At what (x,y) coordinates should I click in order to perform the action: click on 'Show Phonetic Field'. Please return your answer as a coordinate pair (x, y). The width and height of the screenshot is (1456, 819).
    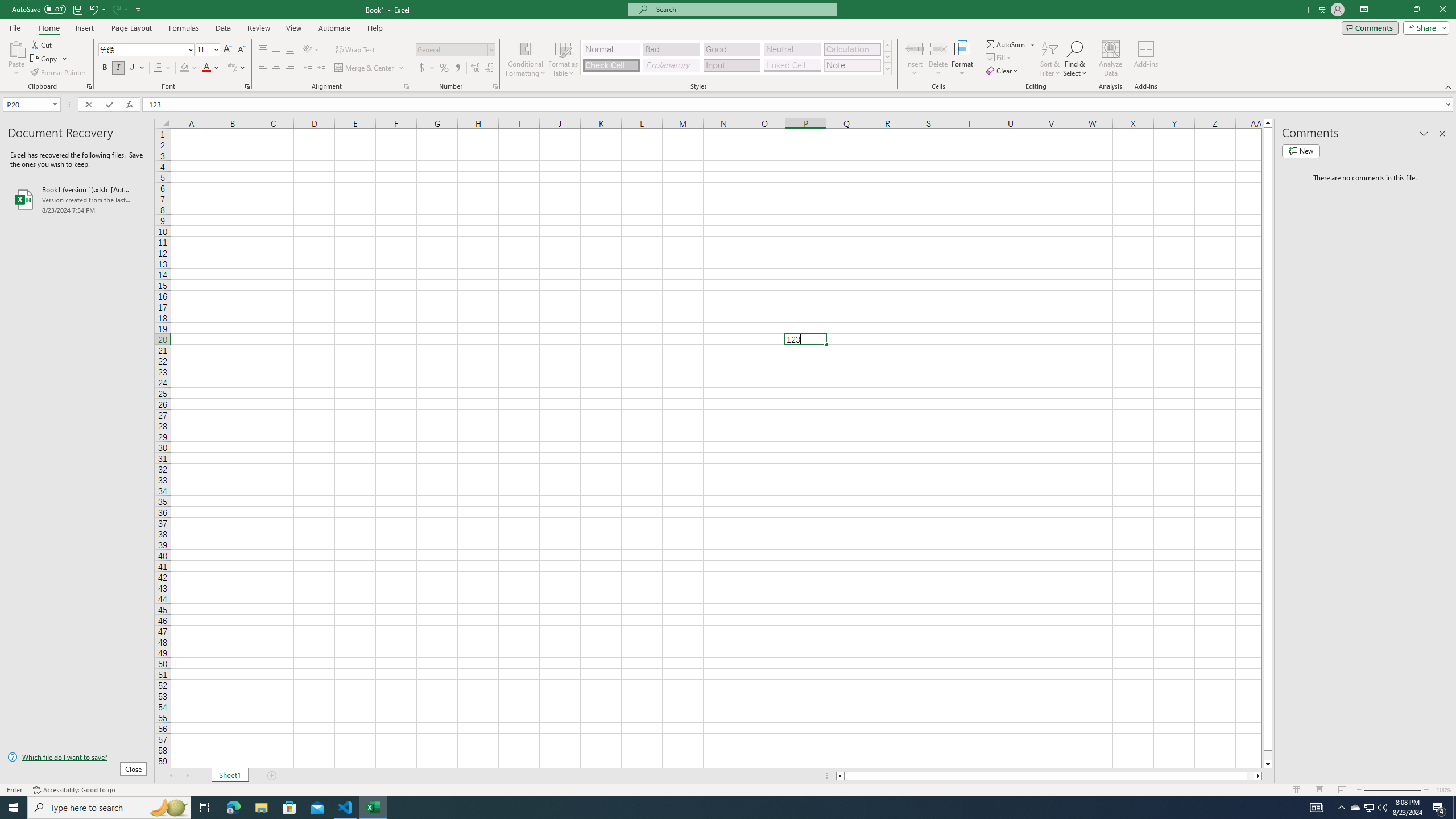
    Looking at the image, I should click on (231, 67).